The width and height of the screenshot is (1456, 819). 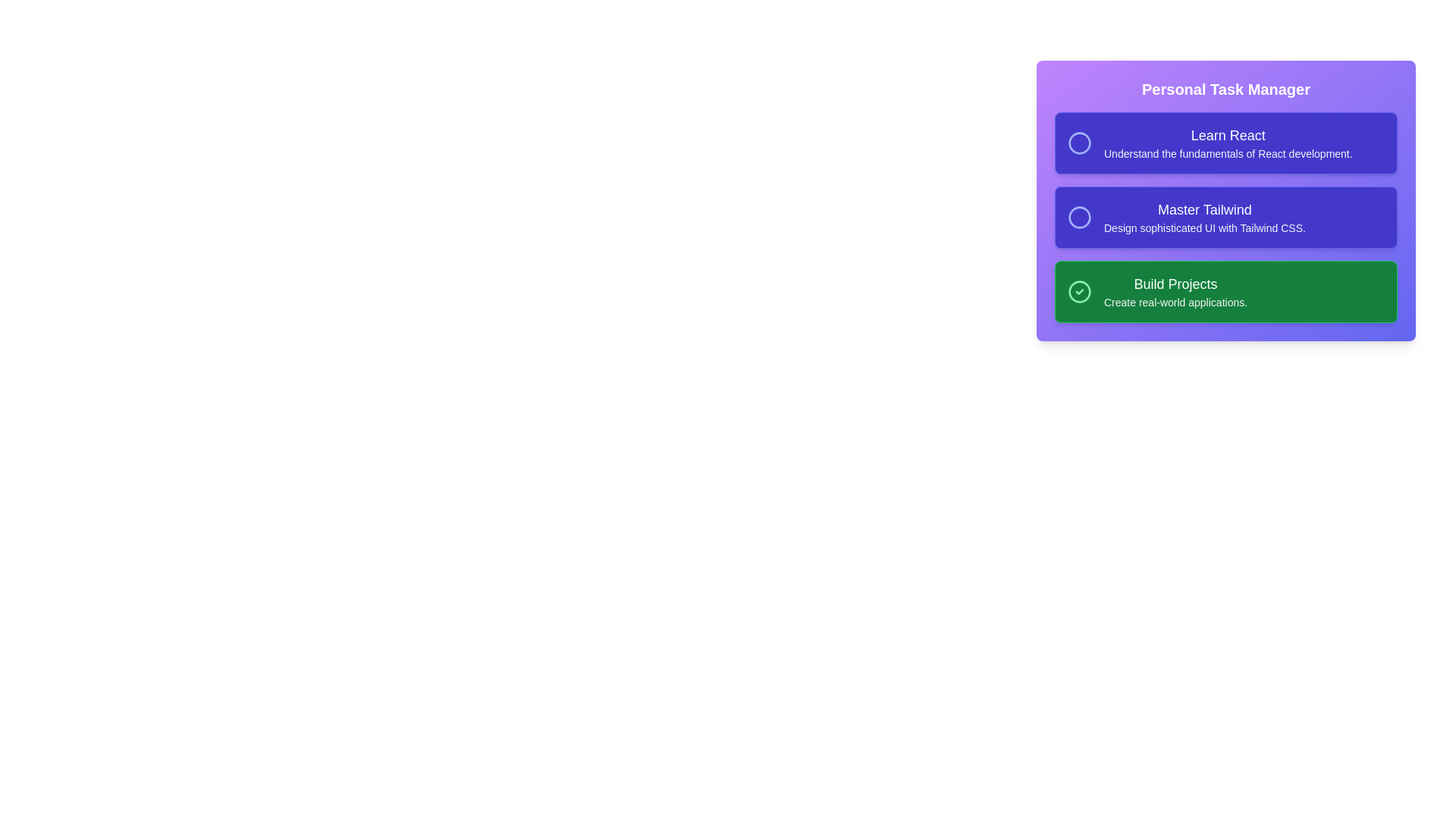 What do you see at coordinates (1226, 292) in the screenshot?
I see `the task card labeled 'Build Projects' to toggle its completion state` at bounding box center [1226, 292].